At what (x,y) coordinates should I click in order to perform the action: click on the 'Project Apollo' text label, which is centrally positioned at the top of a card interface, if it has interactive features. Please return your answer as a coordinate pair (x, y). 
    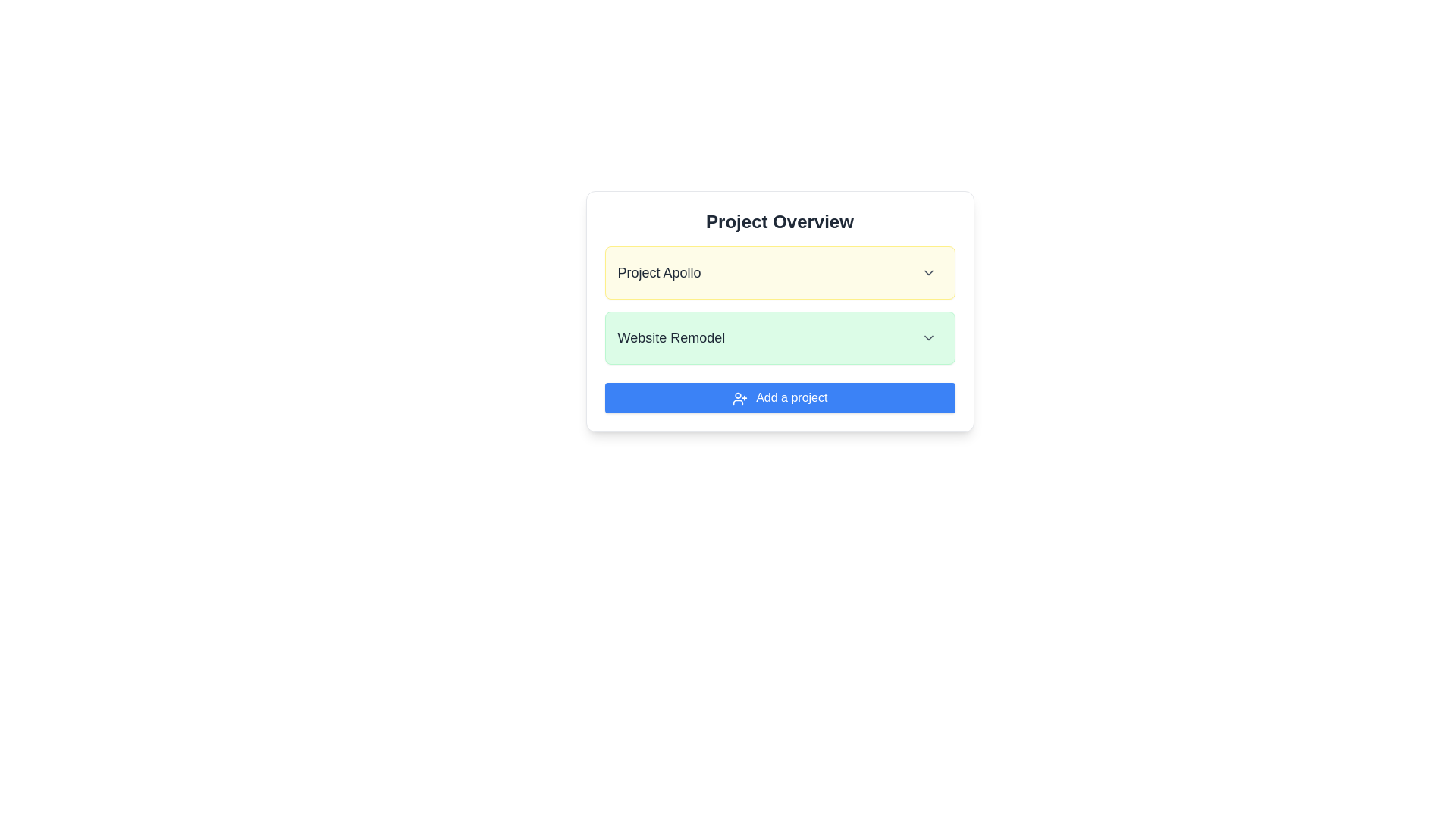
    Looking at the image, I should click on (659, 271).